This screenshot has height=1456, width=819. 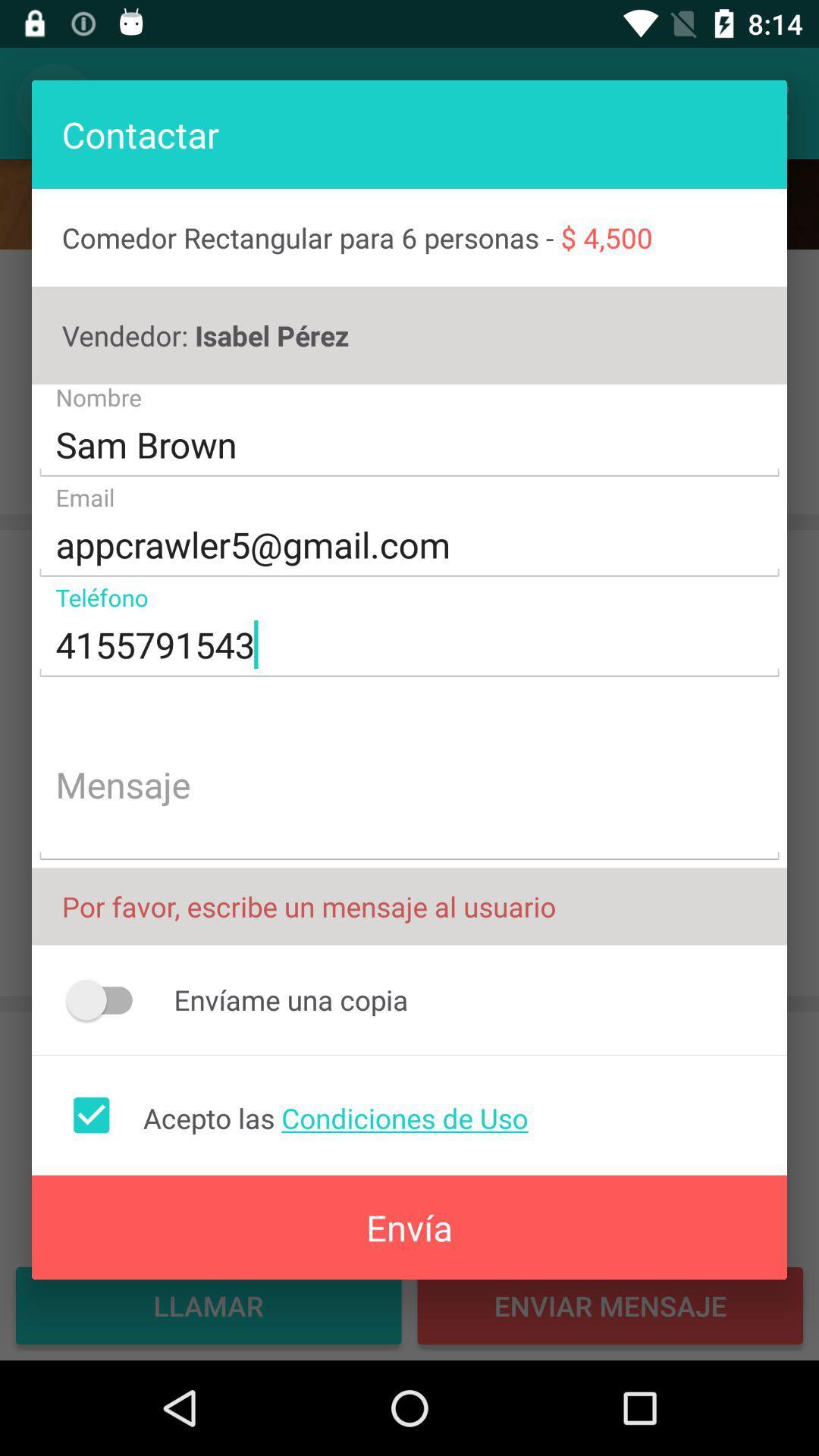 What do you see at coordinates (91, 1115) in the screenshot?
I see `icon next to the acepto las condiciones item` at bounding box center [91, 1115].